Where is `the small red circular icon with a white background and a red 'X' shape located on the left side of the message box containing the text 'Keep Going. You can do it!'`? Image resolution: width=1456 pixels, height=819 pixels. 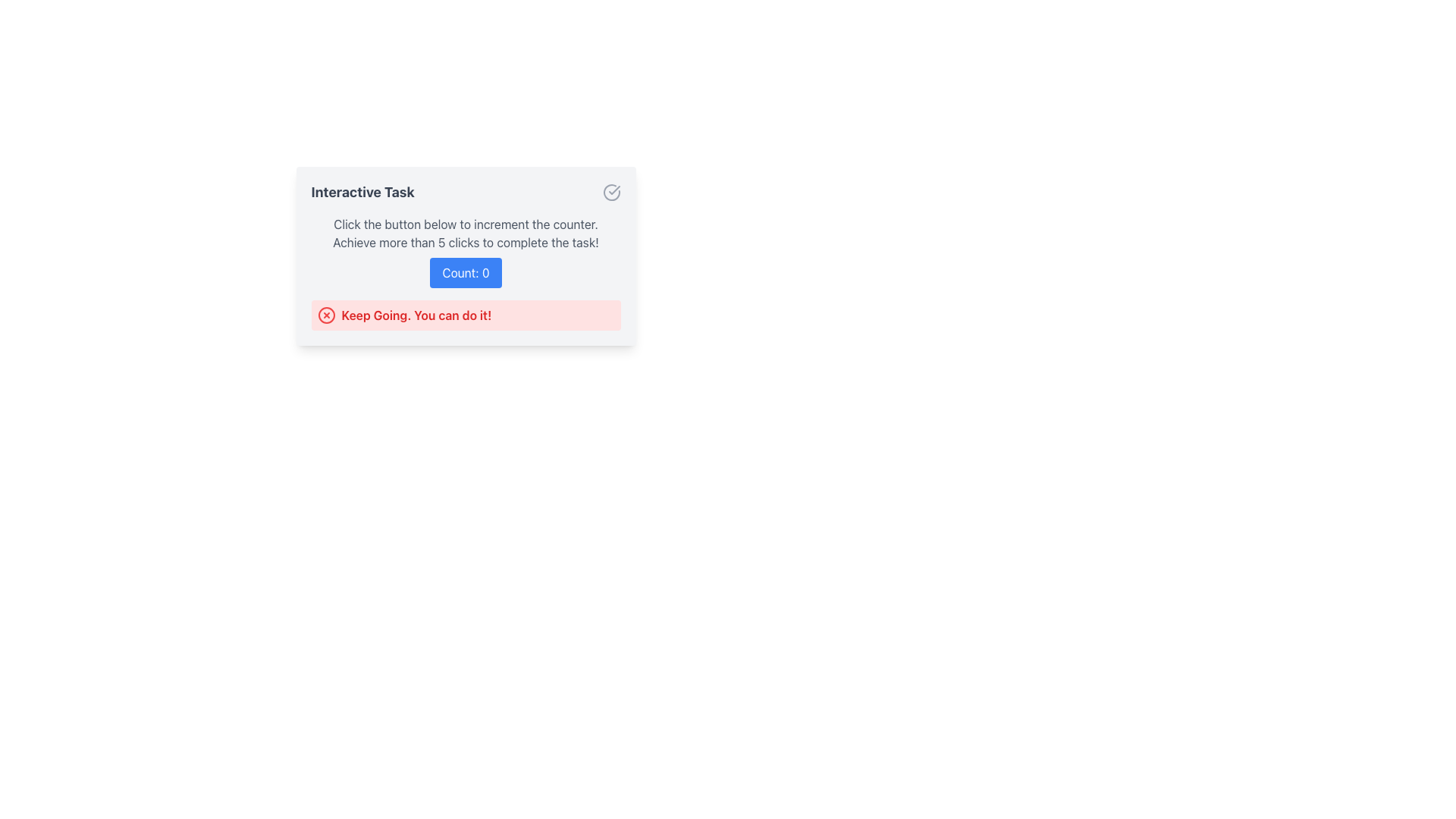
the small red circular icon with a white background and a red 'X' shape located on the left side of the message box containing the text 'Keep Going. You can do it!' is located at coordinates (325, 315).